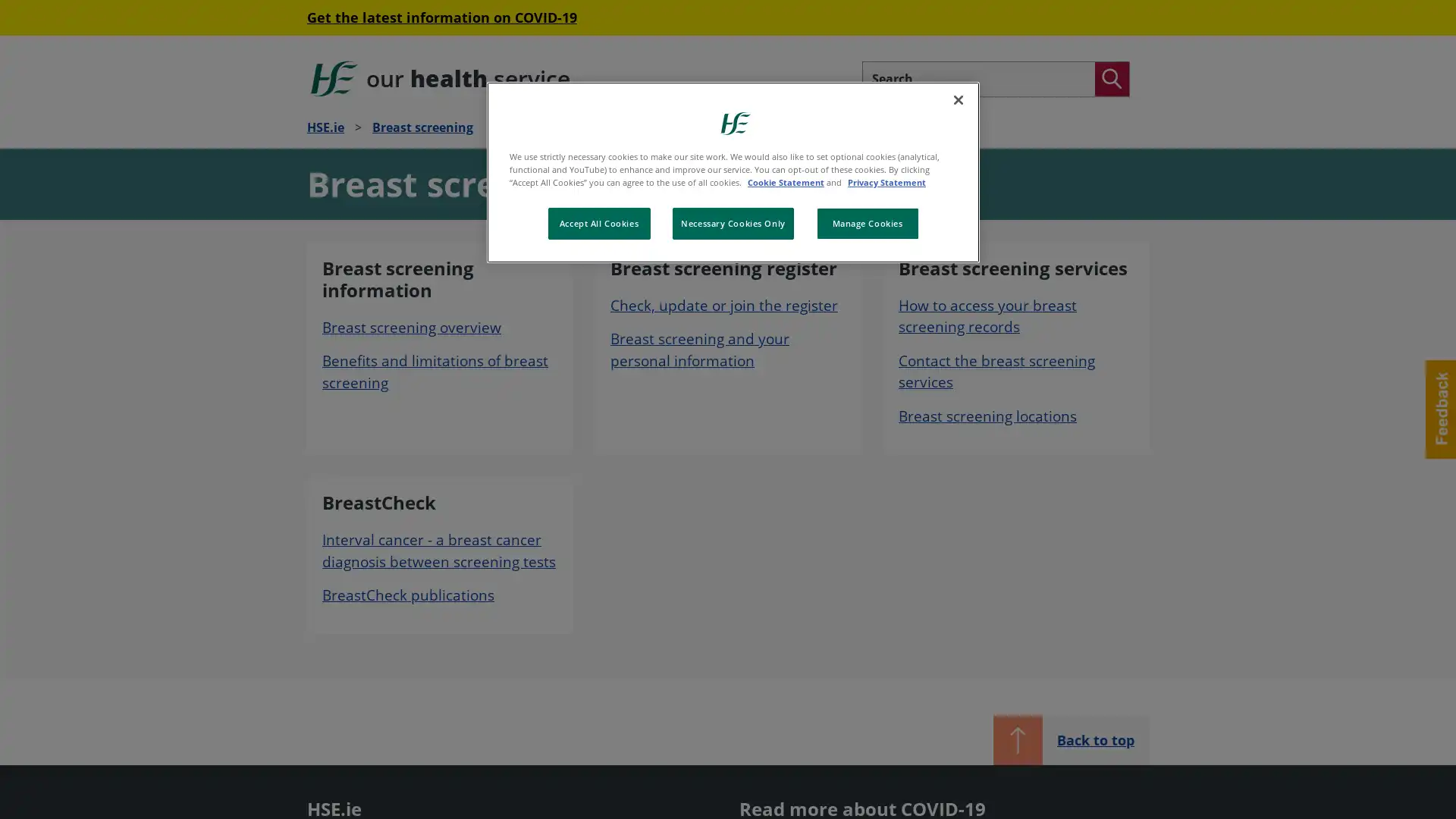 The image size is (1456, 819). I want to click on Necessary Cookies Only, so click(733, 223).